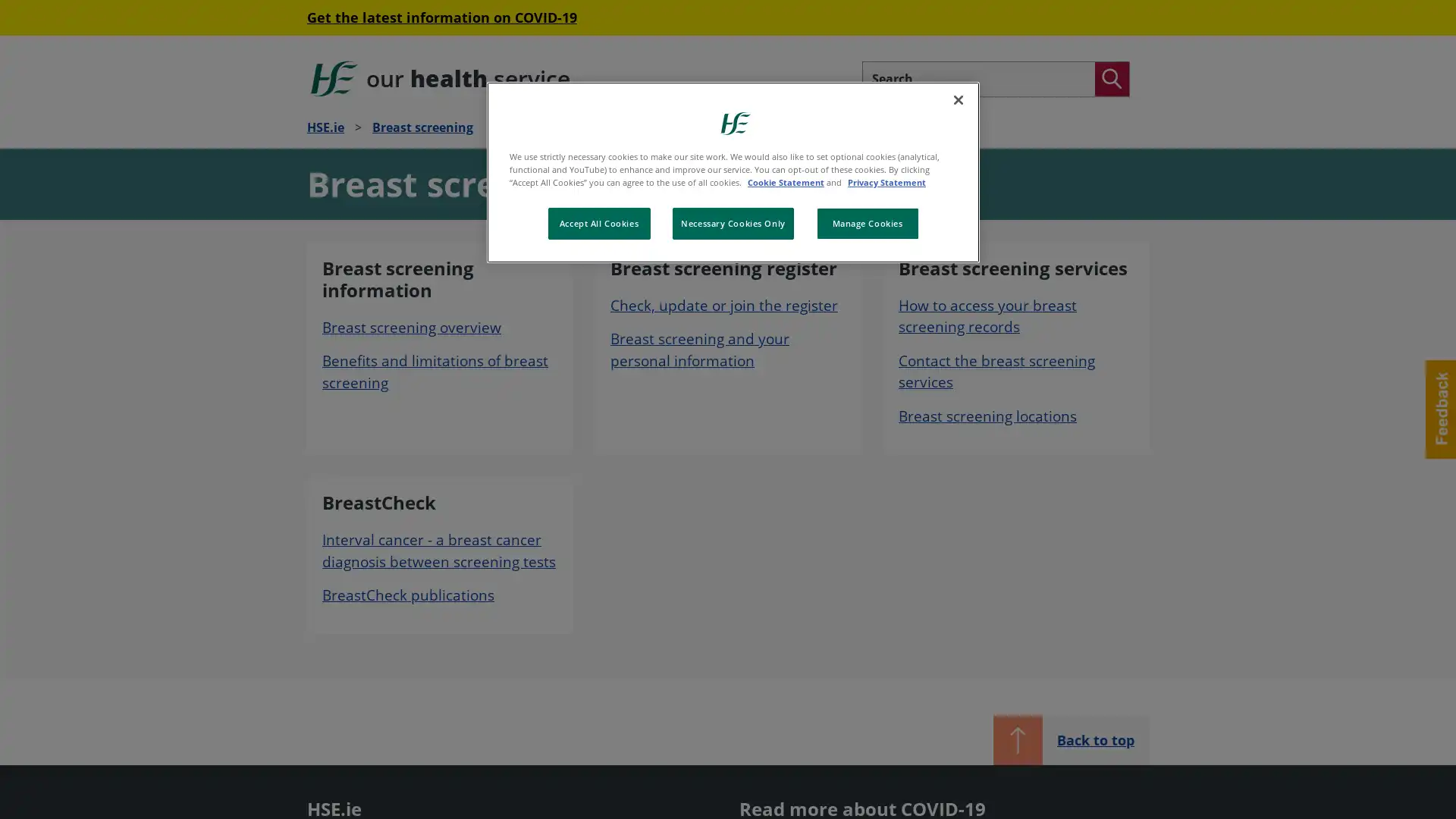 The image size is (1456, 819). I want to click on Necessary Cookies Only, so click(733, 223).